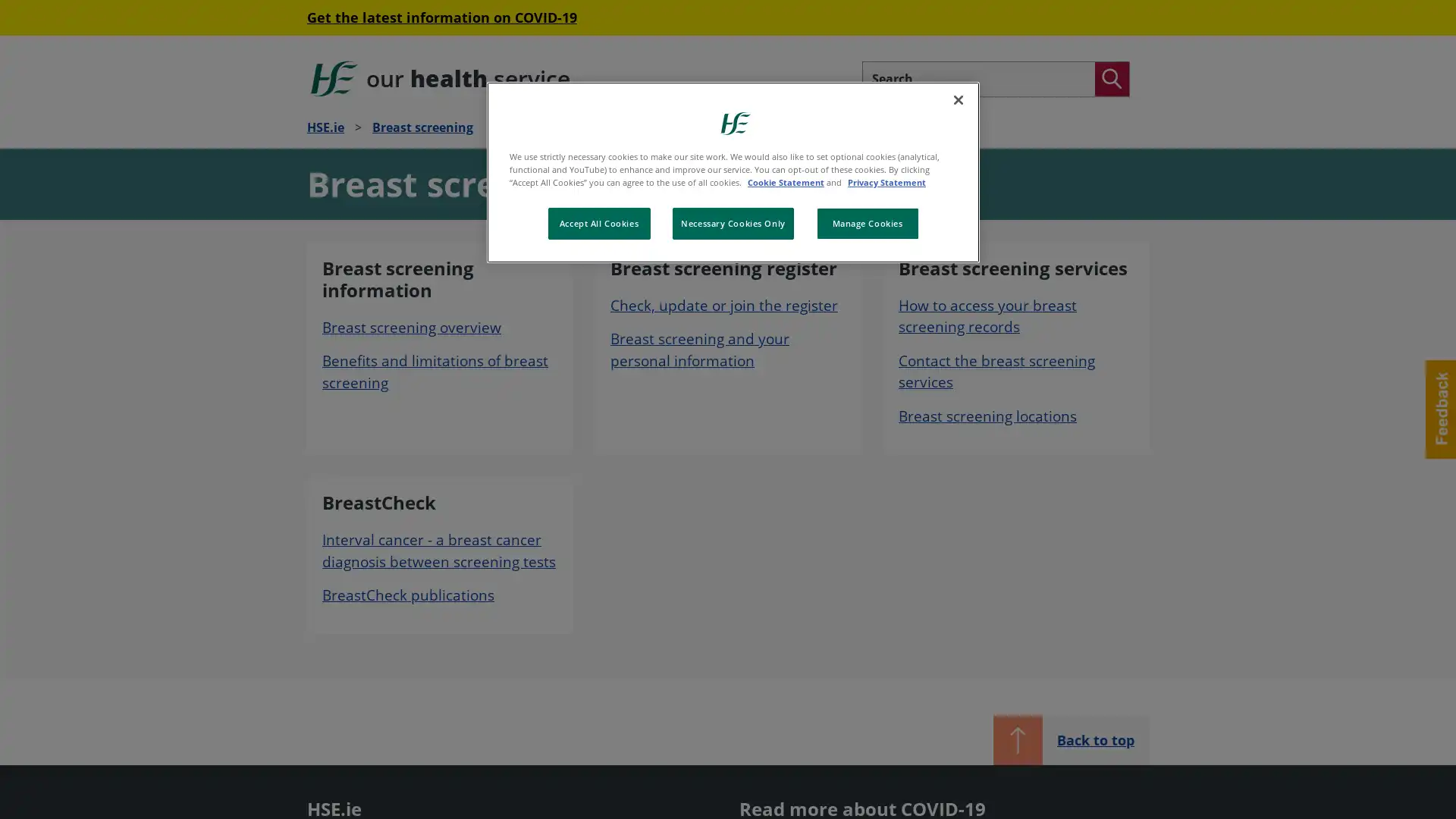 The image size is (1456, 819). I want to click on Necessary Cookies Only, so click(733, 223).